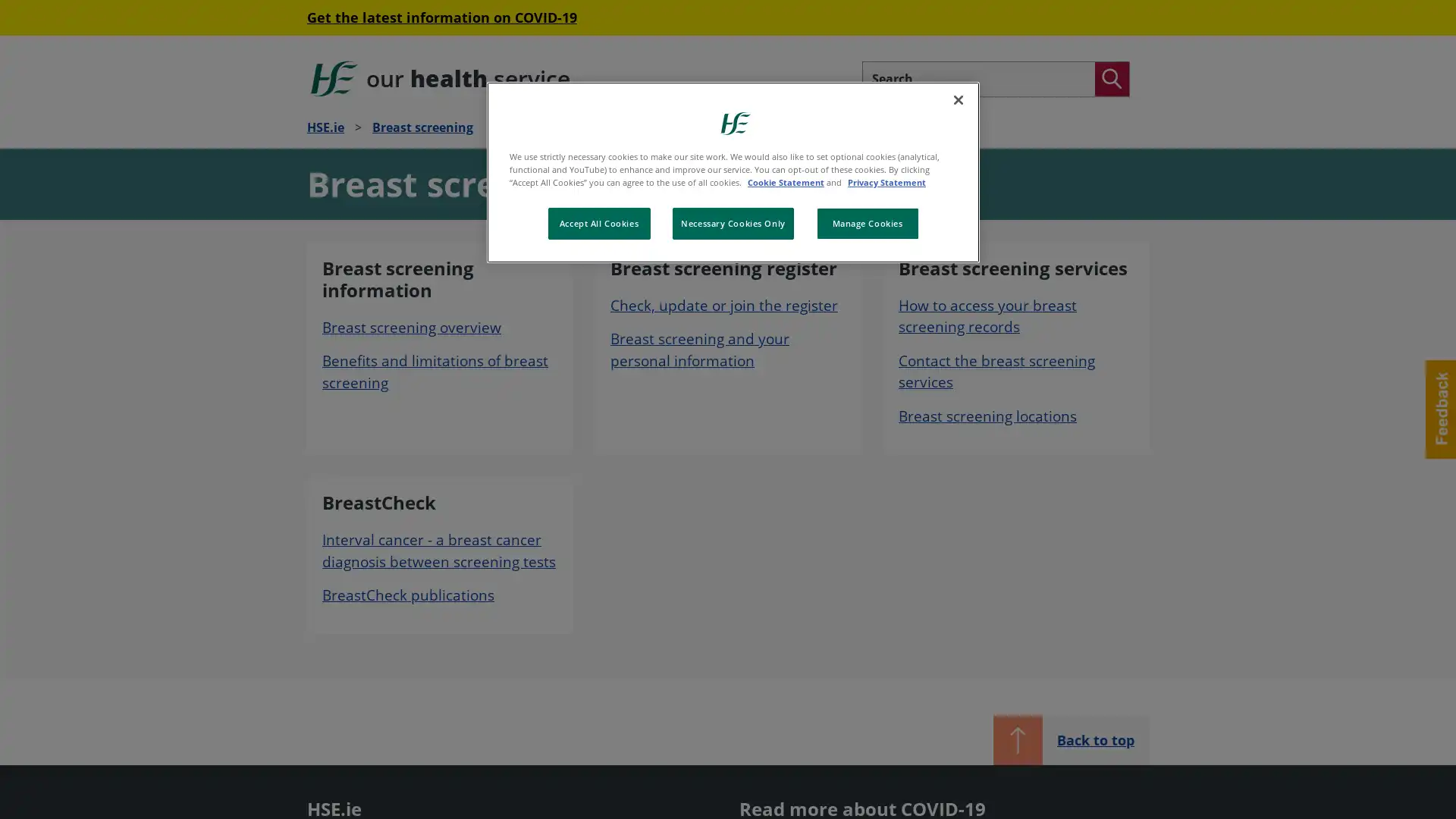 The image size is (1456, 819). I want to click on Necessary Cookies Only, so click(733, 223).